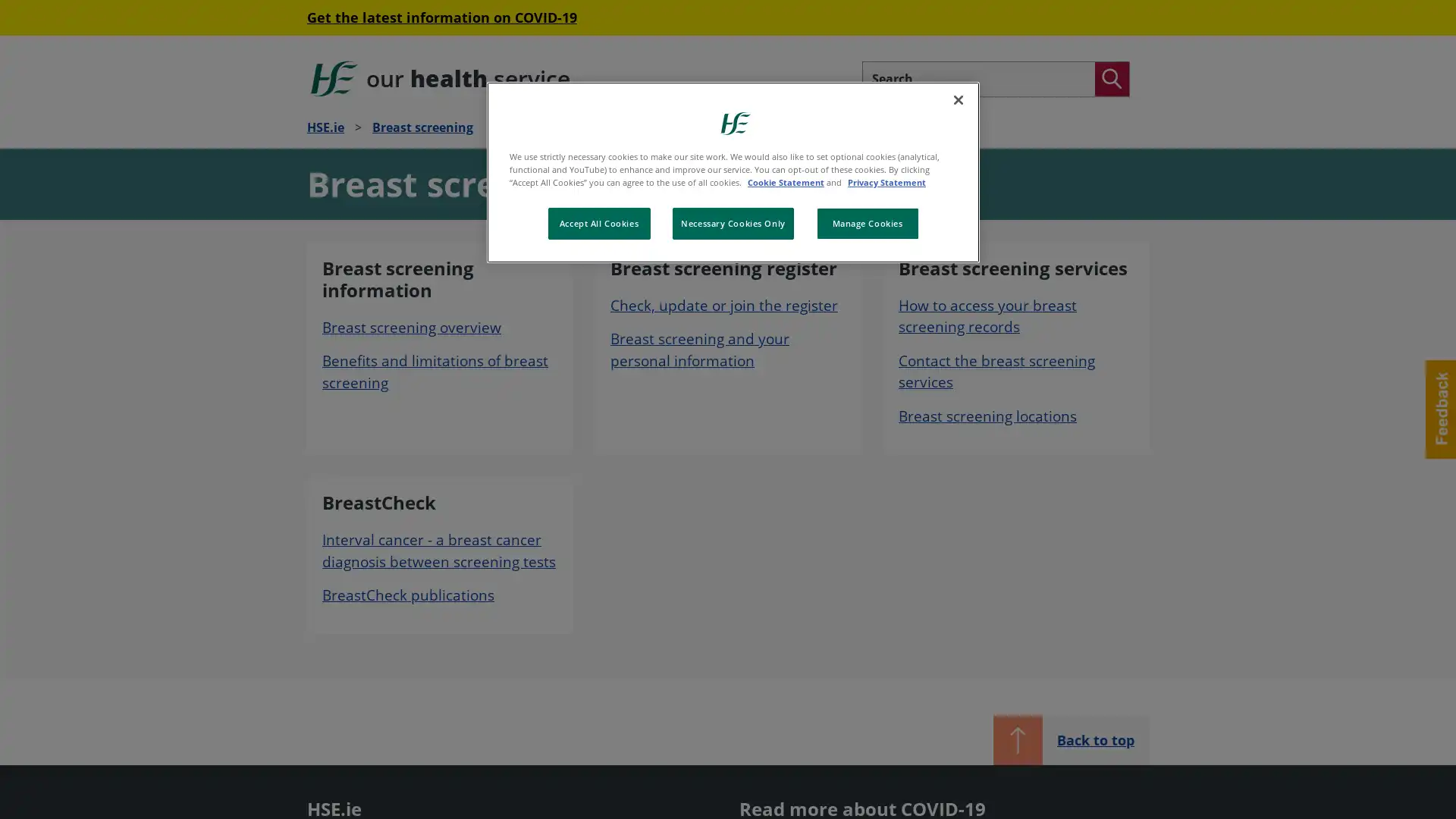 The image size is (1456, 819). I want to click on Necessary Cookies Only, so click(733, 223).